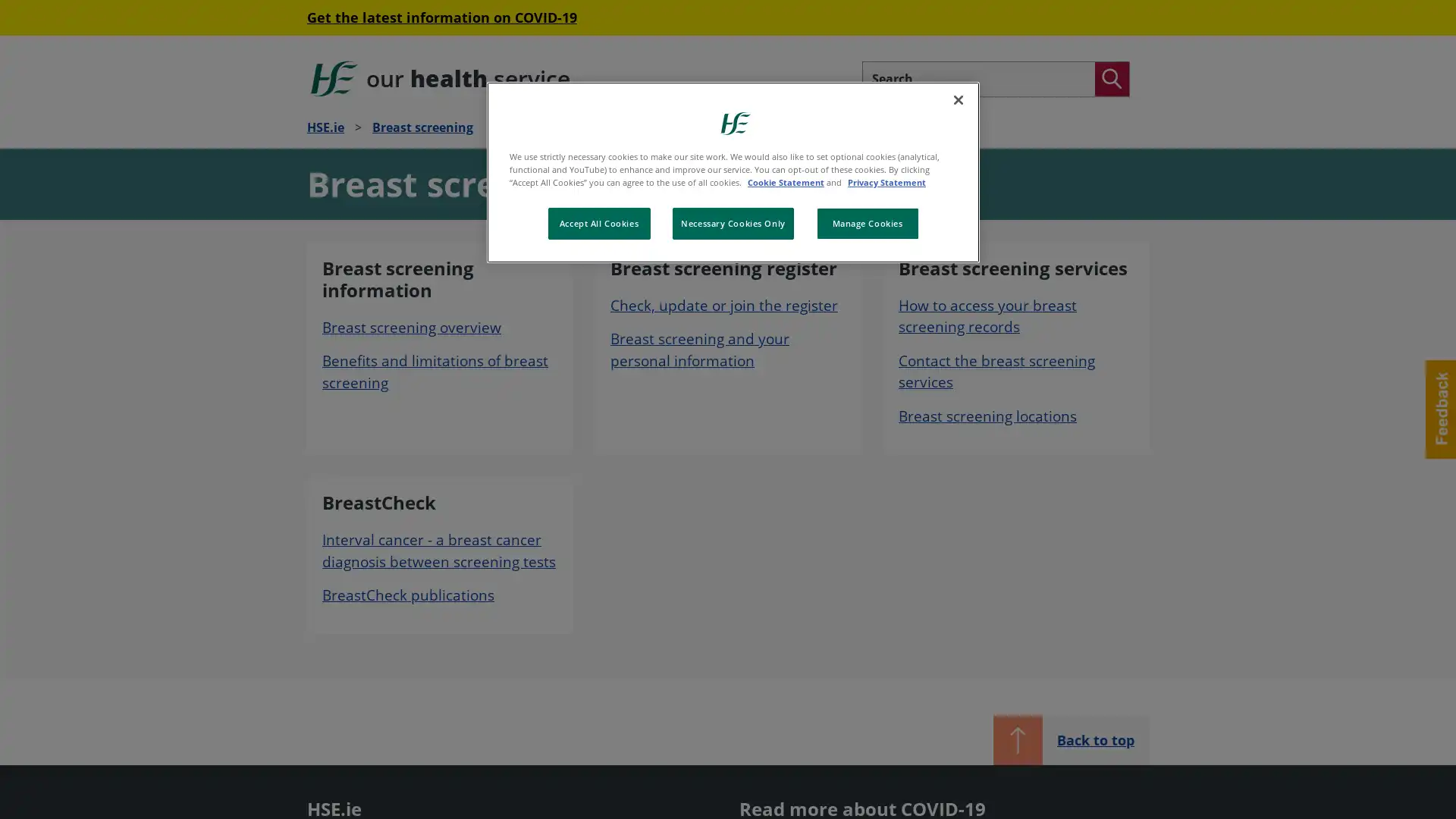 The image size is (1456, 819). I want to click on Necessary Cookies Only, so click(733, 223).